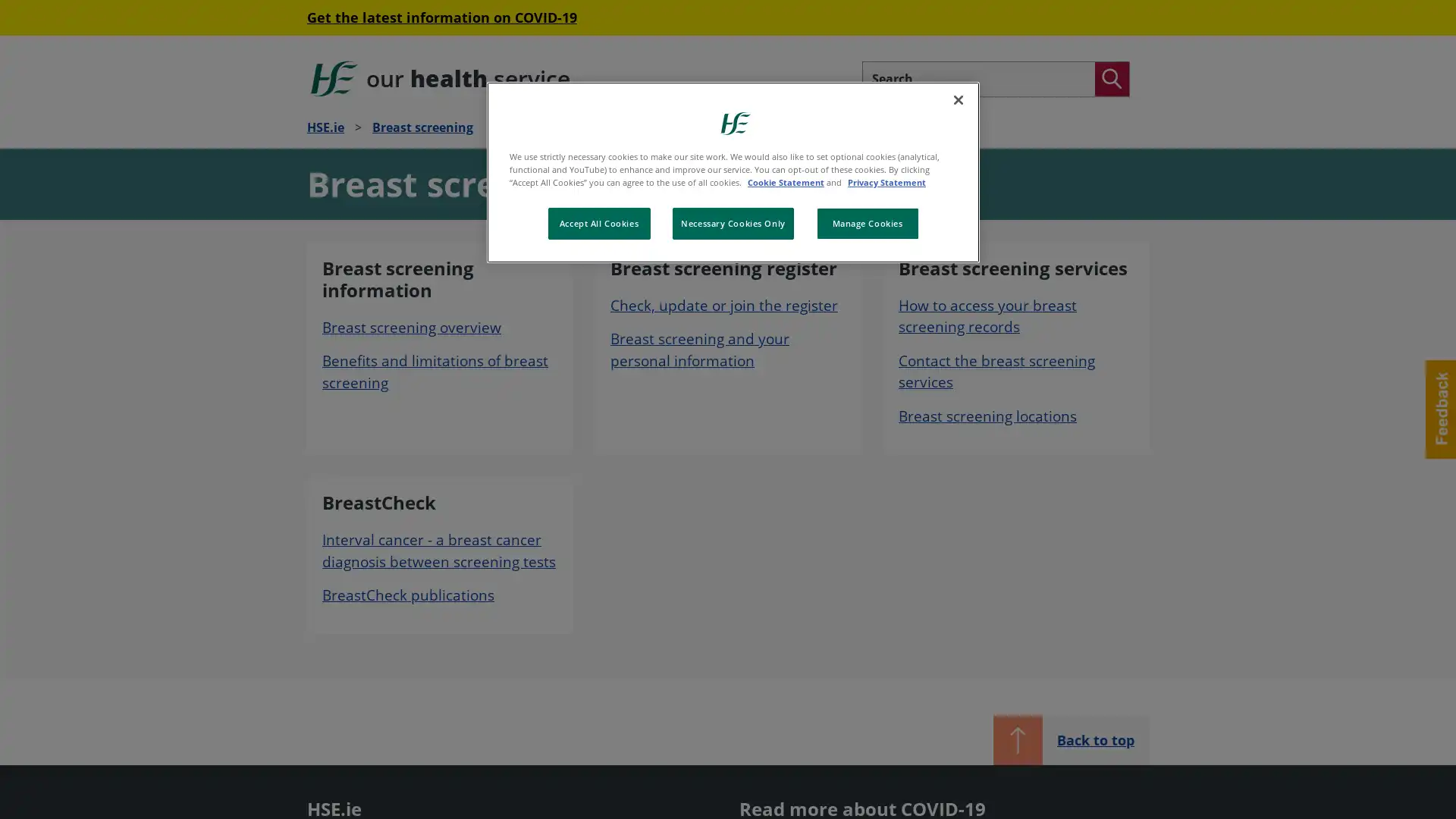 The image size is (1456, 819). I want to click on Necessary Cookies Only, so click(733, 223).